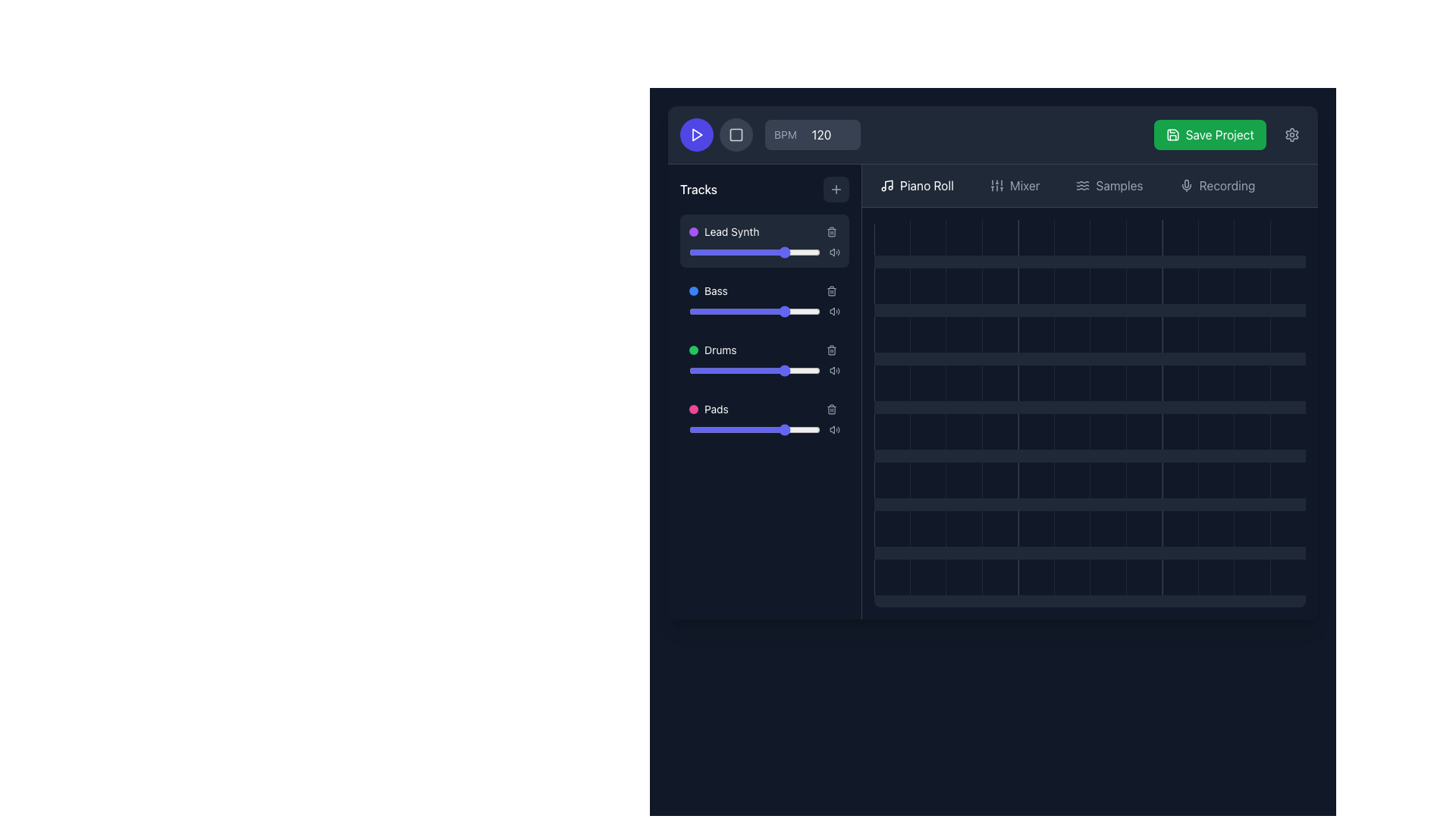 This screenshot has height=819, width=1456. What do you see at coordinates (1071, 577) in the screenshot?
I see `the grid cell located in the bottom-right side of the grid, specifically in the twelfth column and last row, which serves as a visual indicator` at bounding box center [1071, 577].